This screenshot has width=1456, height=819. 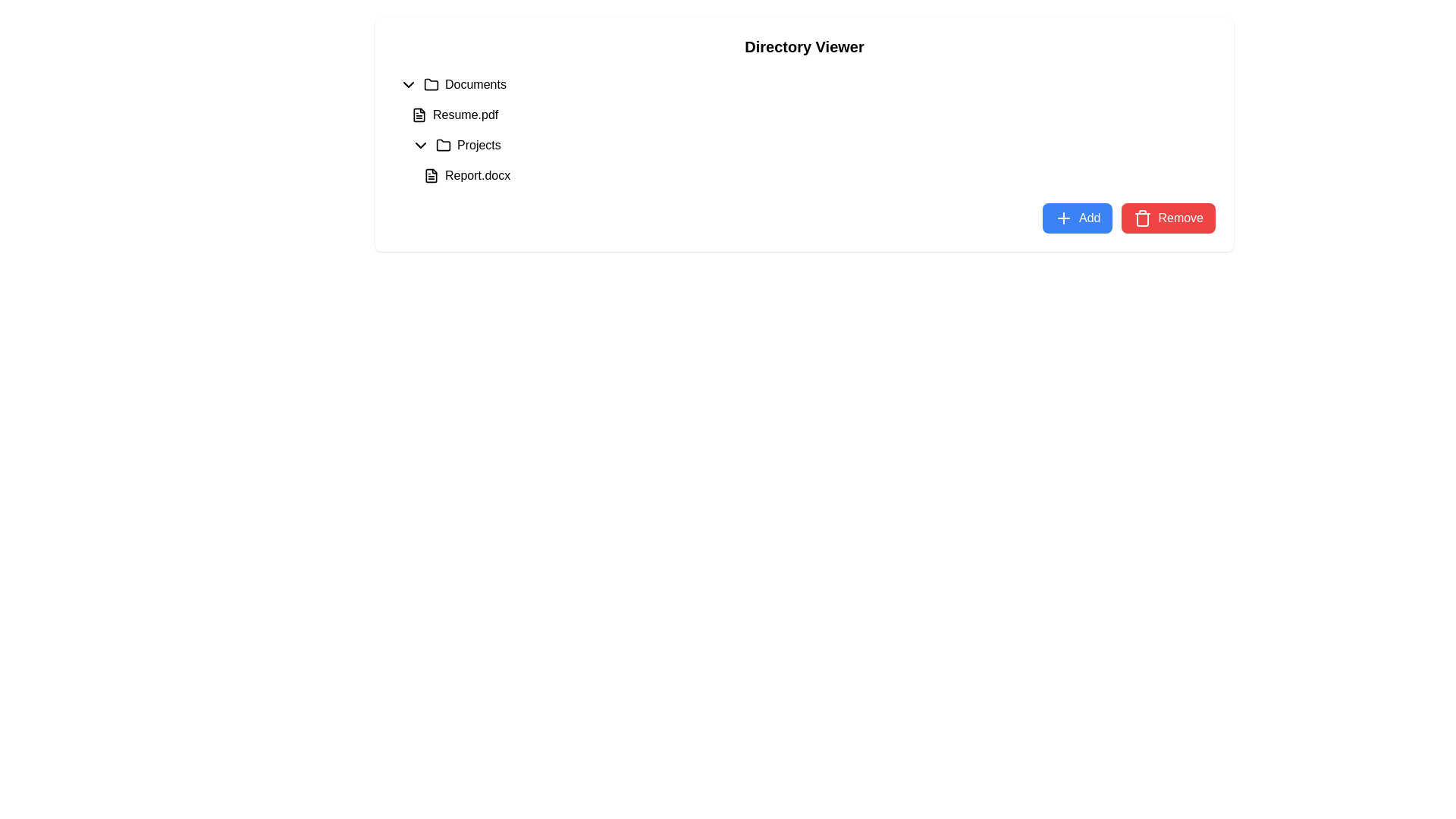 I want to click on the icon located within the red 'Remove' button at the bottom right corner of the interface, which serves to reinforce the button's purpose of deleting or removing an item, so click(x=1143, y=218).